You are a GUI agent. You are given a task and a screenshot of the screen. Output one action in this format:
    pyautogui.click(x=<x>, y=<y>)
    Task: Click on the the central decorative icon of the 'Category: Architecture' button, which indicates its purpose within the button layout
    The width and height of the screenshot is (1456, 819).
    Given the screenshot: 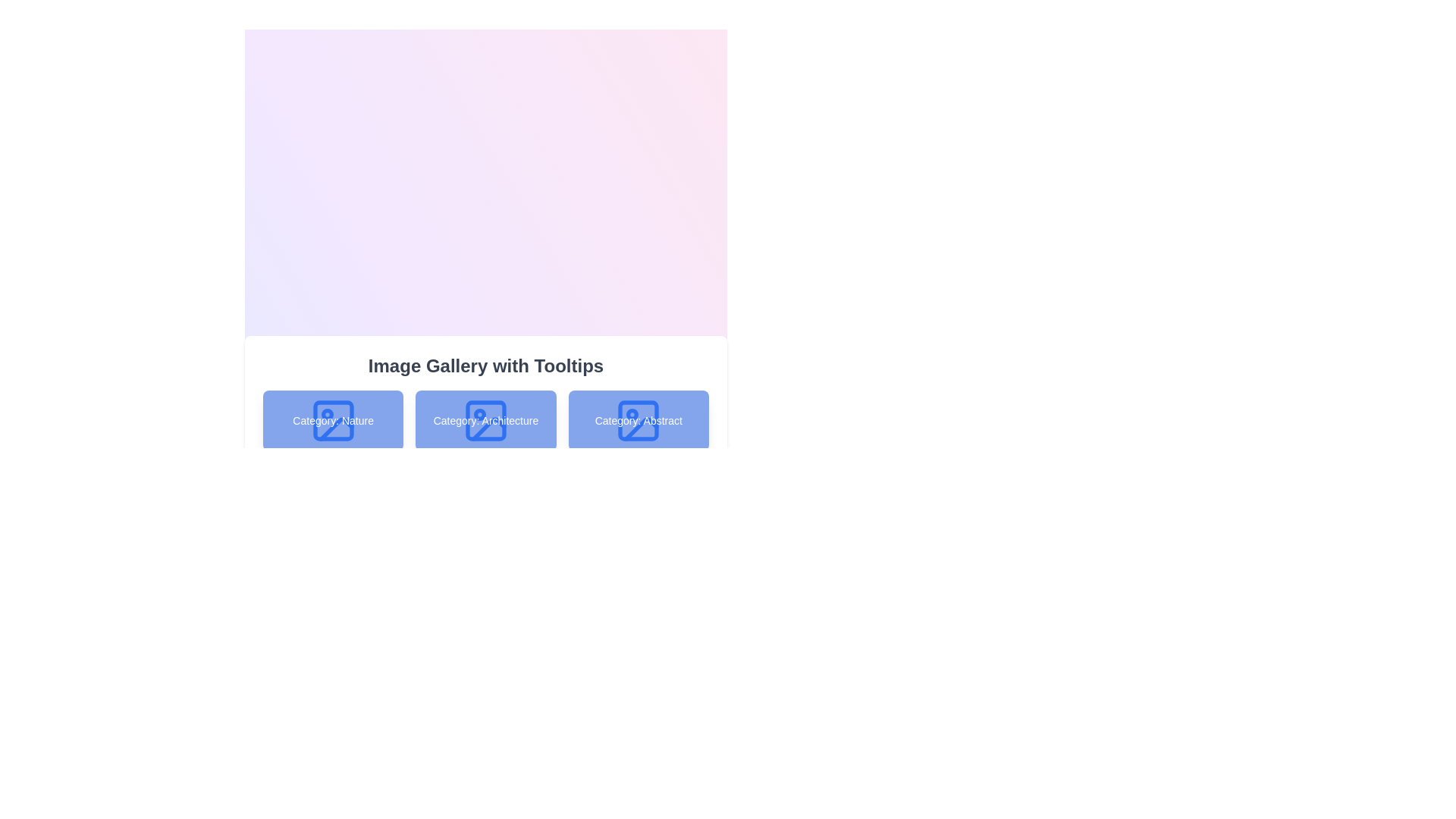 What is the action you would take?
    pyautogui.click(x=485, y=421)
    